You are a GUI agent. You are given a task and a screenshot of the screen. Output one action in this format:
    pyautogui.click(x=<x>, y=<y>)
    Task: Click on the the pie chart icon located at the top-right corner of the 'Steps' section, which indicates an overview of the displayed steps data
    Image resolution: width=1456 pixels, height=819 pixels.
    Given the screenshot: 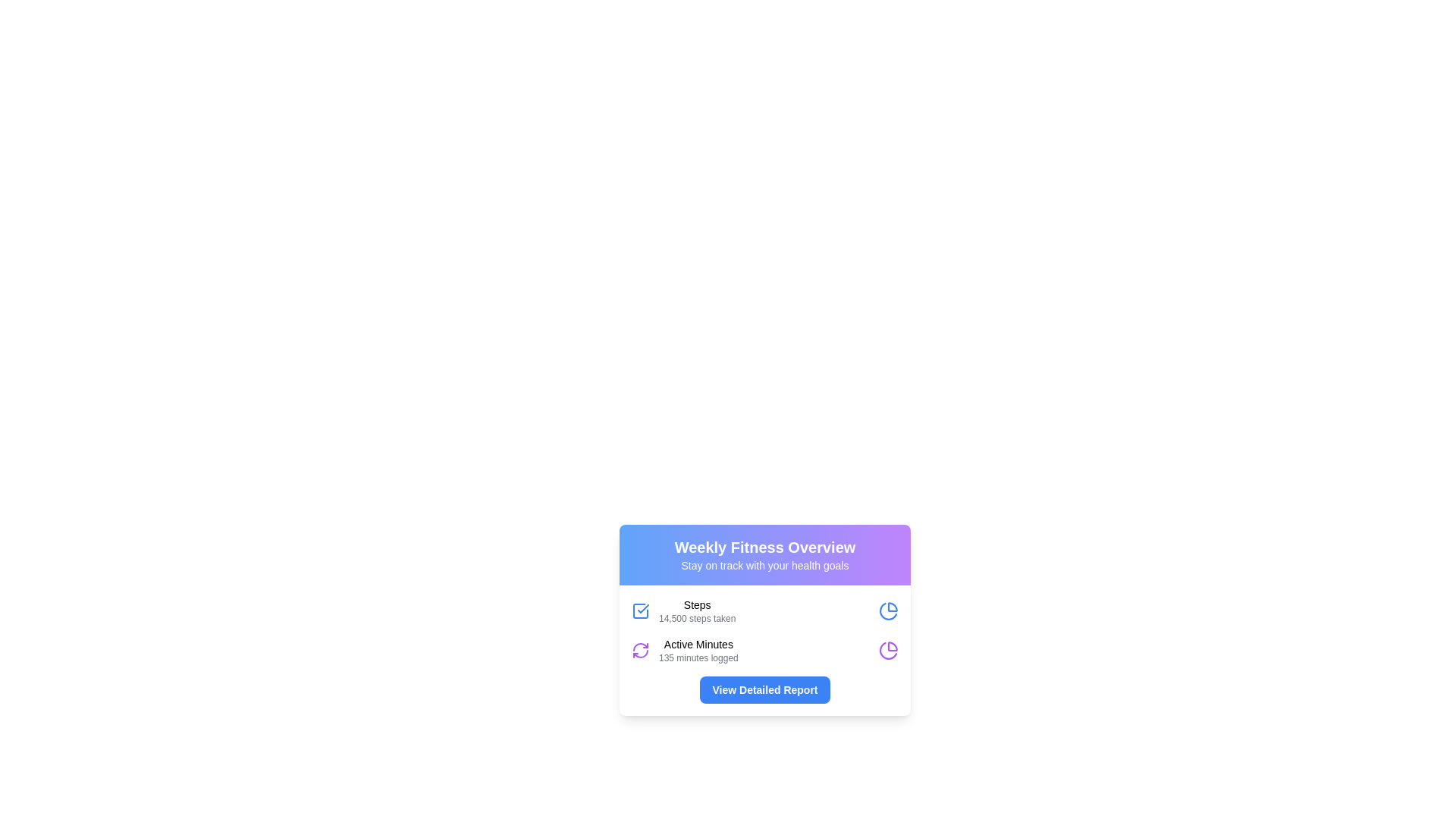 What is the action you would take?
    pyautogui.click(x=888, y=610)
    